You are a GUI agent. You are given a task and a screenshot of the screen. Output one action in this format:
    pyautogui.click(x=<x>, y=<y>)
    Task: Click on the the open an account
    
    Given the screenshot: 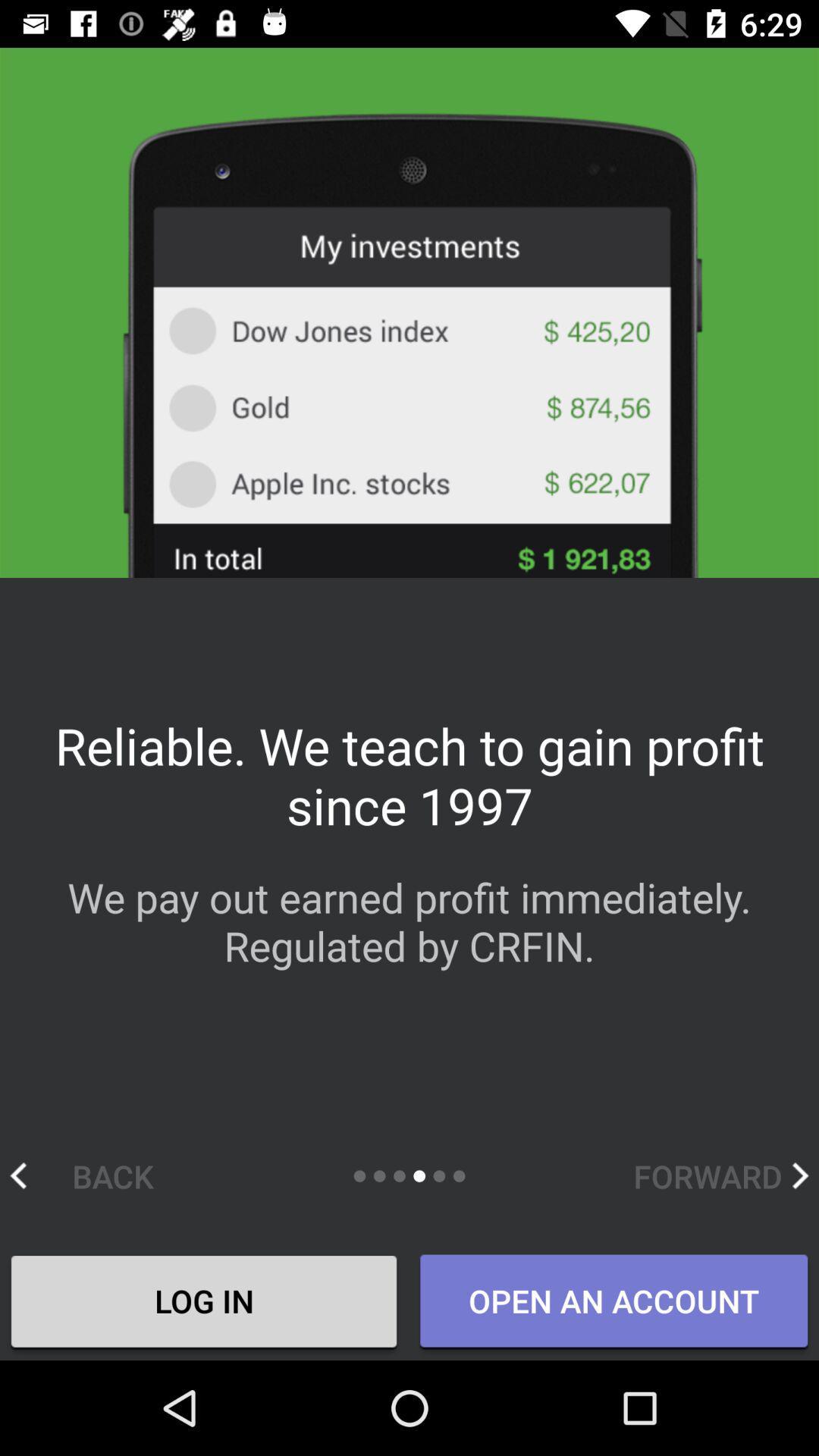 What is the action you would take?
    pyautogui.click(x=613, y=1301)
    